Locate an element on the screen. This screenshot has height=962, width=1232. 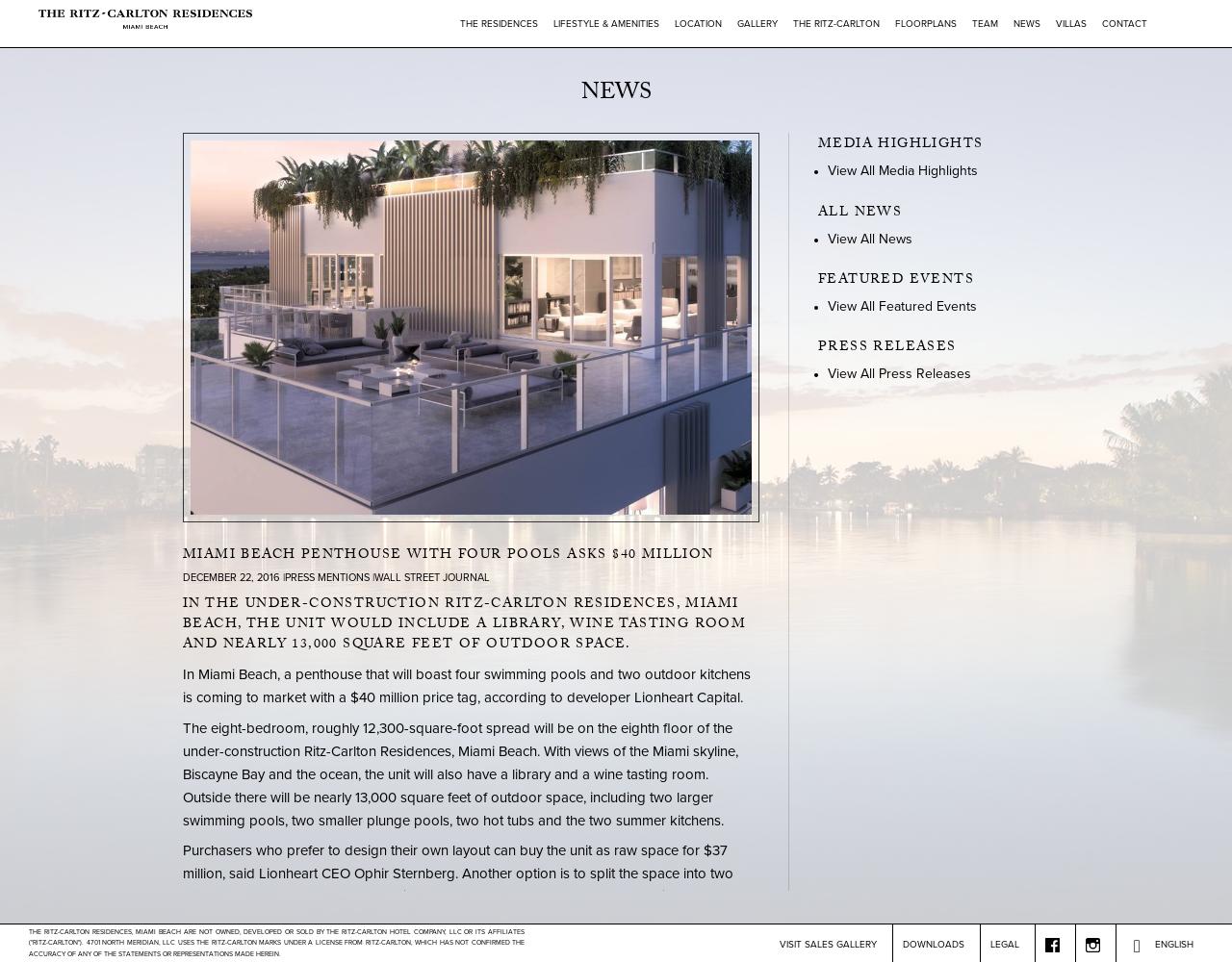
'View All News' is located at coordinates (869, 237).